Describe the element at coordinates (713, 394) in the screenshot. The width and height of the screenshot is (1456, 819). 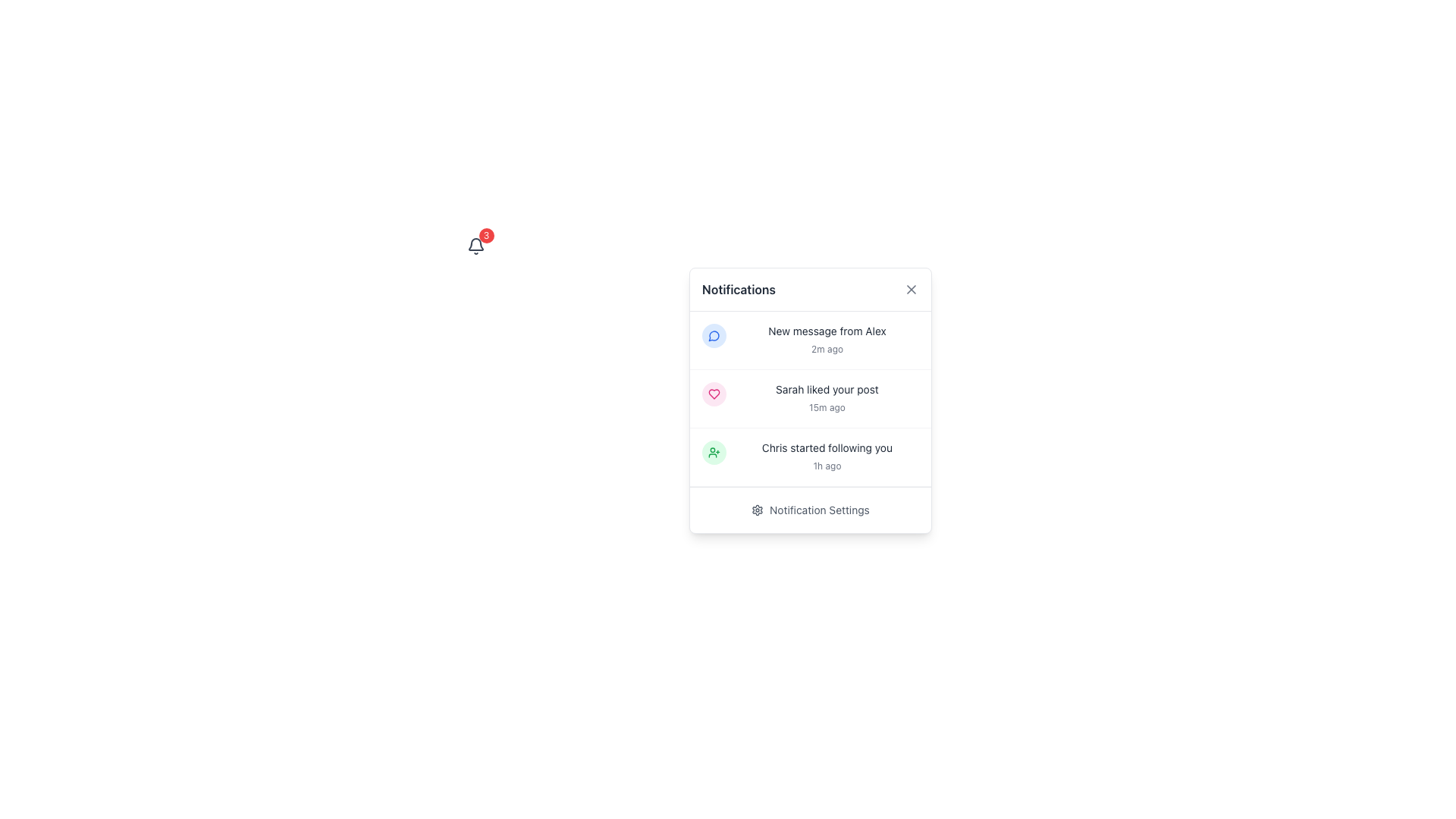
I see `the 'like' icon which represents a notification for Sarah's engagement, located to the left of the text 'Sarah liked your post'` at that location.